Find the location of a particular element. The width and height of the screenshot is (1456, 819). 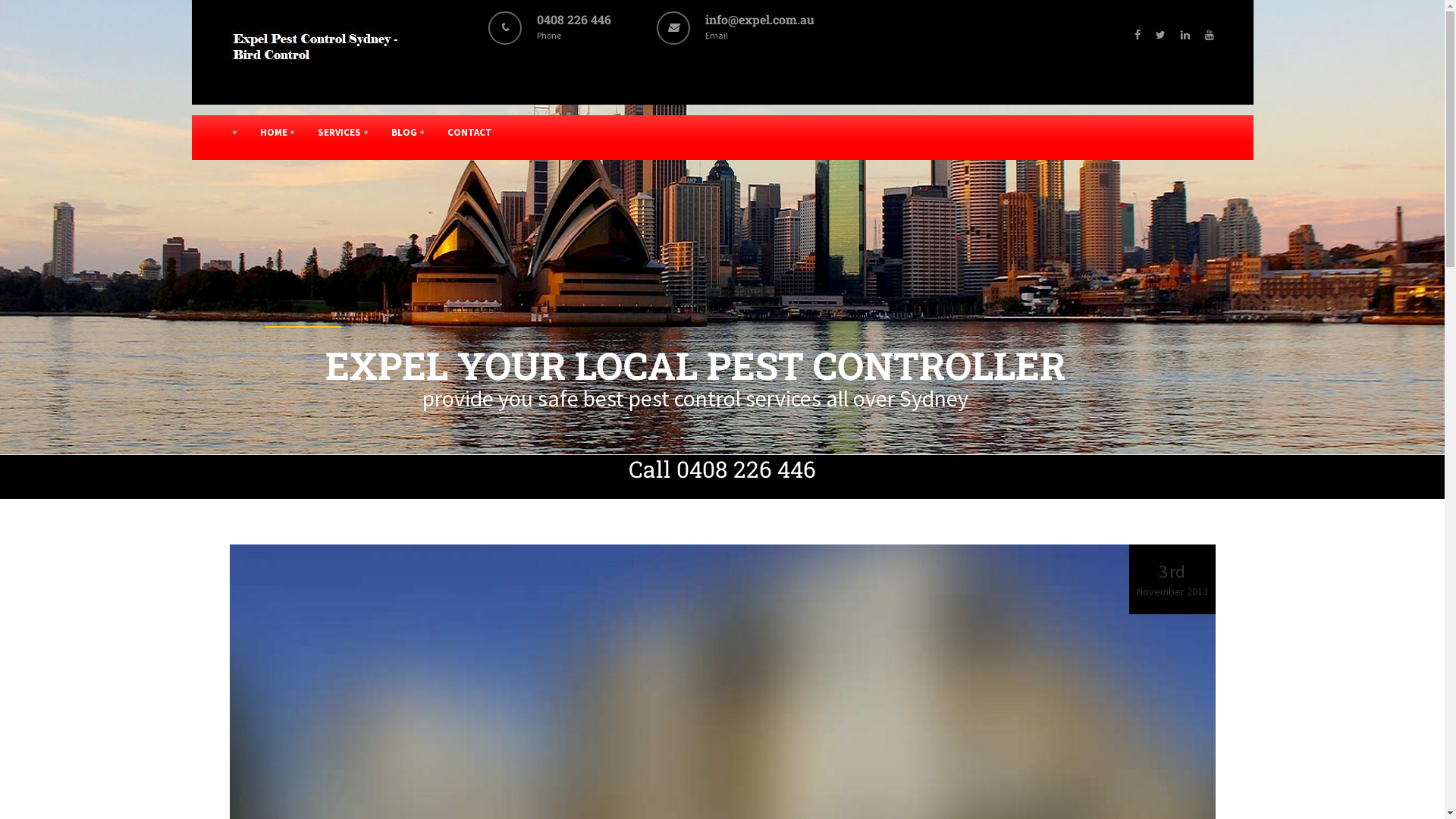

'Expel Pest Control Solutions' is located at coordinates (315, 67).